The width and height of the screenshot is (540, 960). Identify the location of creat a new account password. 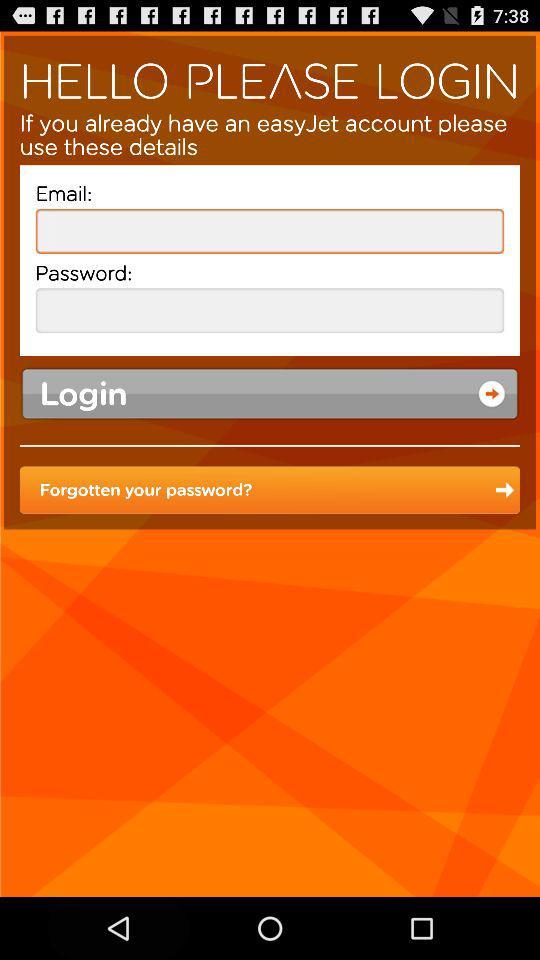
(270, 310).